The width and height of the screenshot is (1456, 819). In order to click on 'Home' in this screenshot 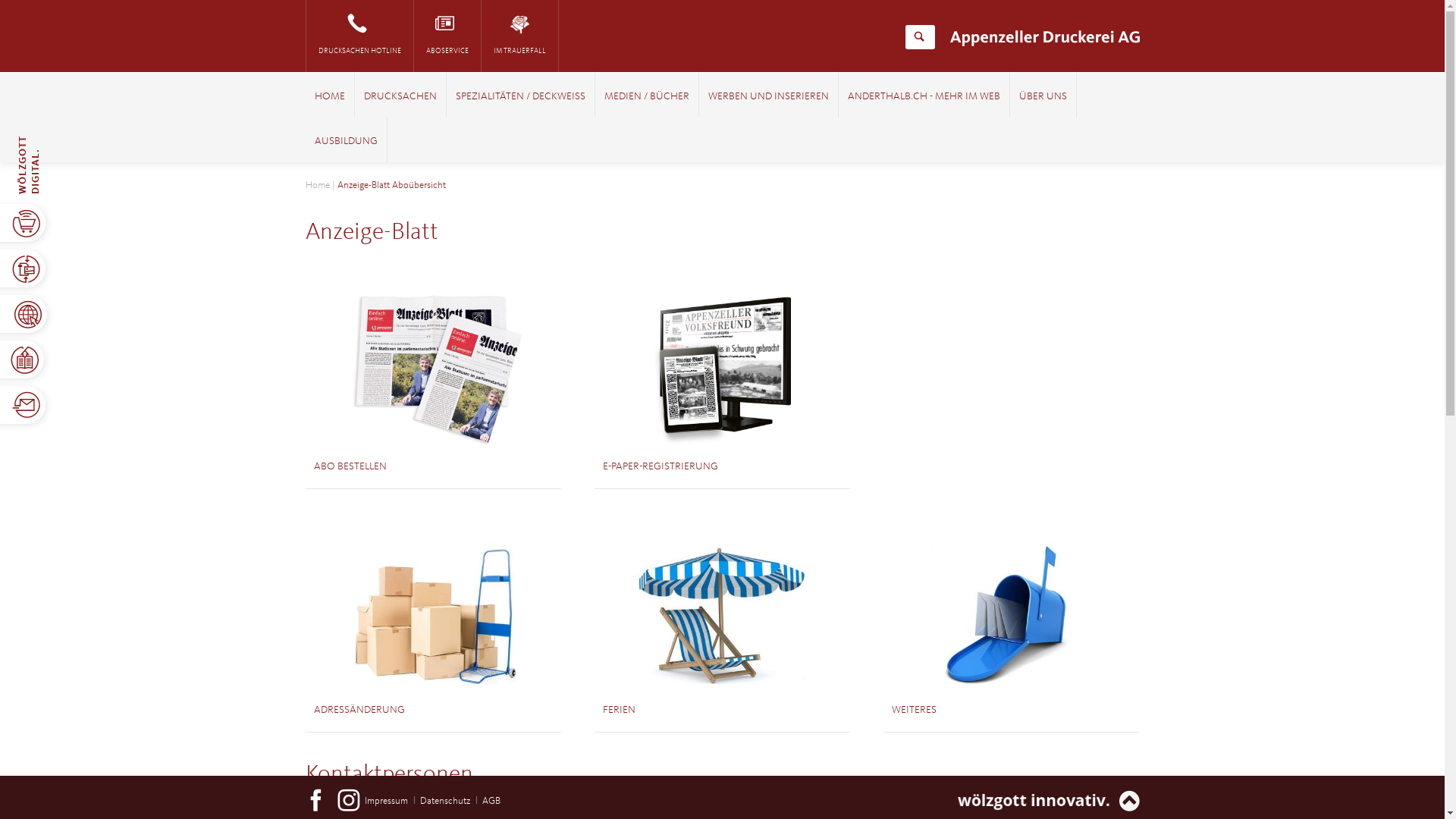, I will do `click(315, 184)`.